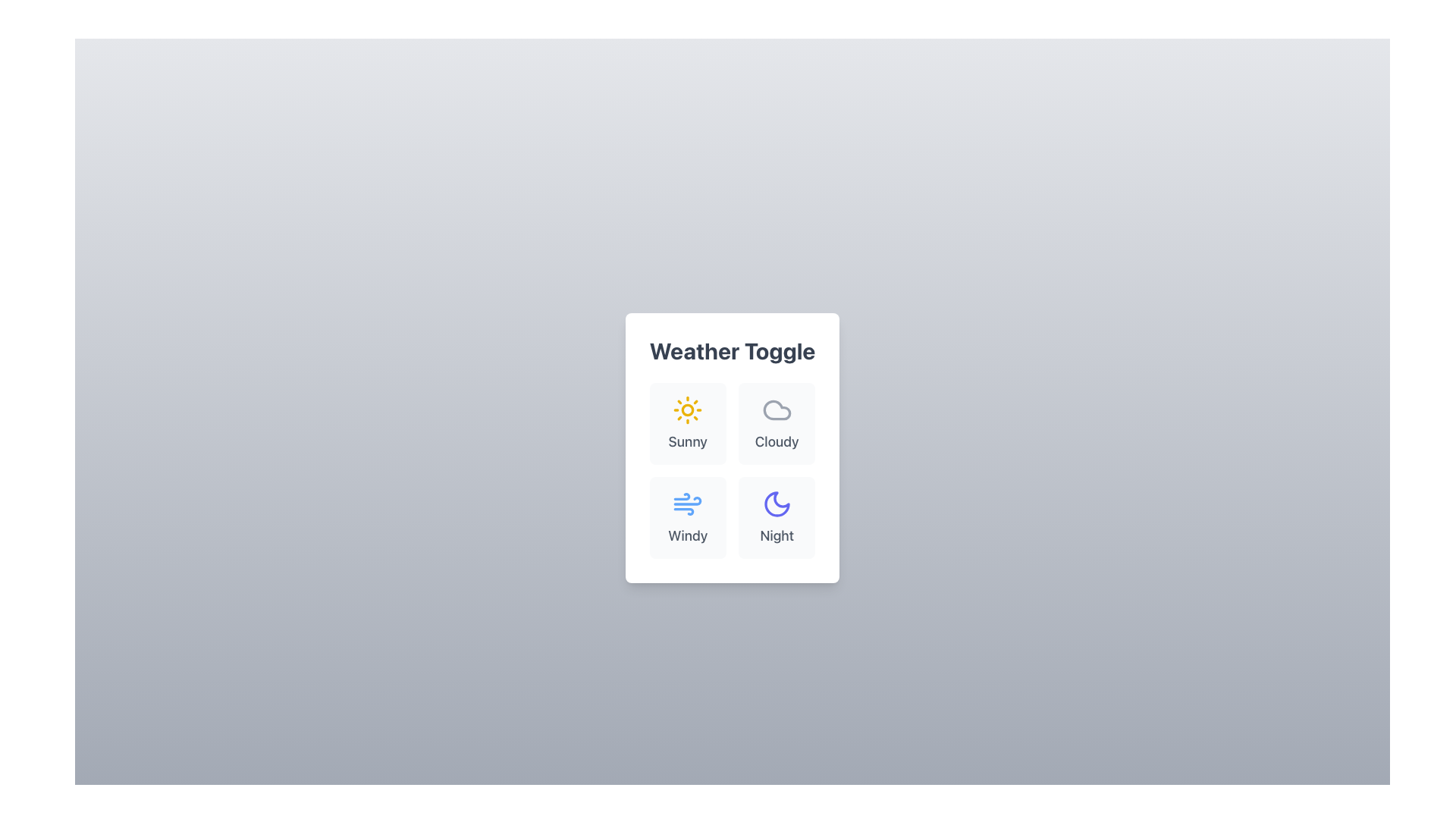 The height and width of the screenshot is (819, 1456). Describe the element at coordinates (687, 409) in the screenshot. I see `the small circular shape, which is the 'Sunny' option in the weather toggle interface, centered within a larger sun-like illustration` at that location.